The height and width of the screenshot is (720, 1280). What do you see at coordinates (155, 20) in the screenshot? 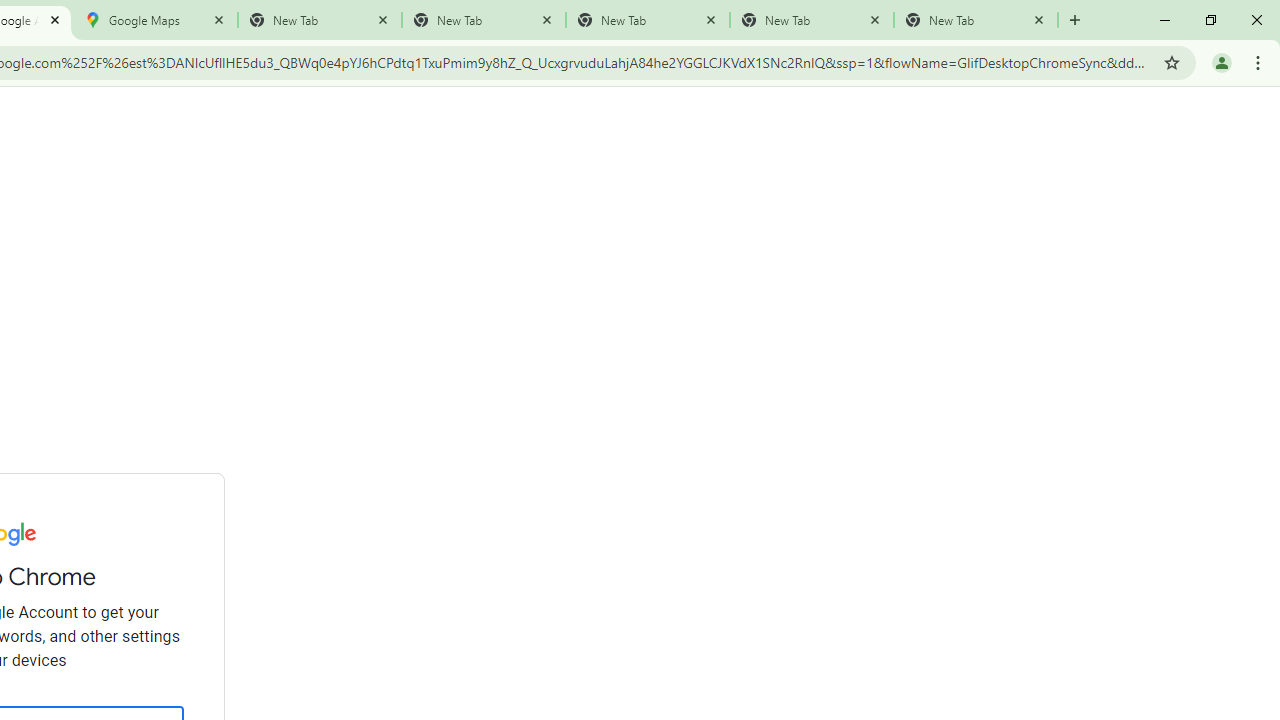
I see `'Google Maps'` at bounding box center [155, 20].